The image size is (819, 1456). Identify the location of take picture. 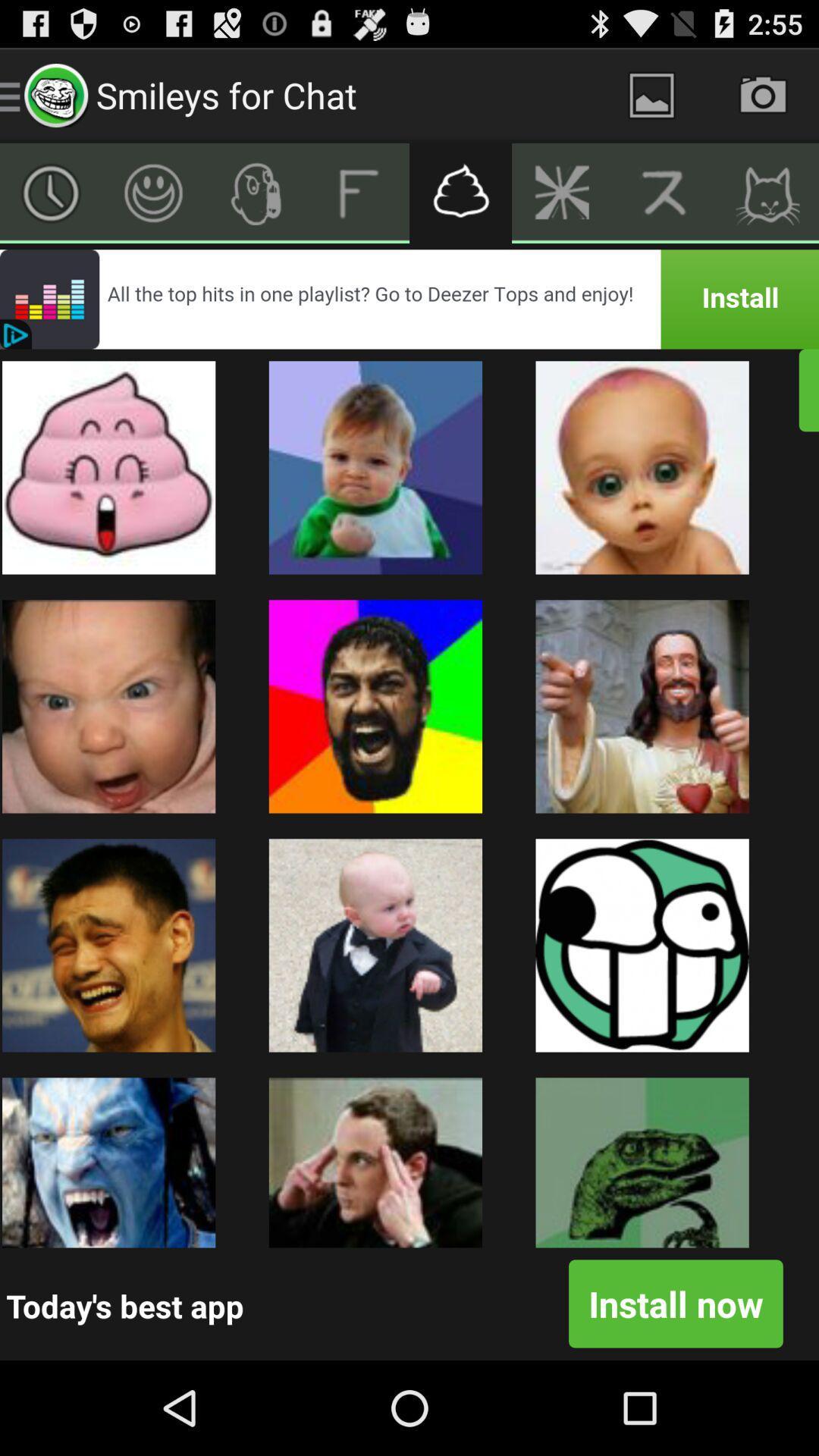
(763, 94).